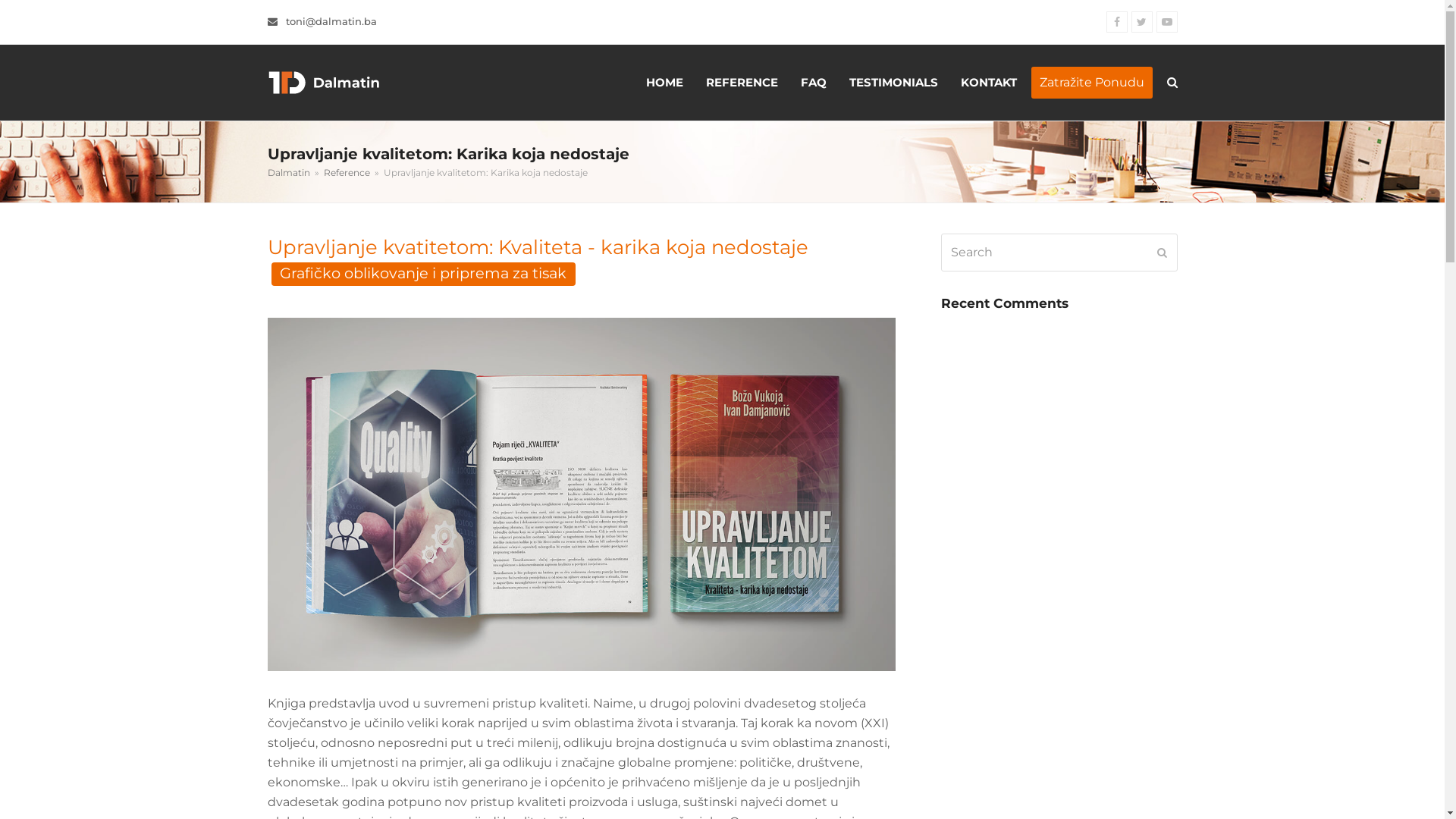 The image size is (1456, 819). What do you see at coordinates (345, 171) in the screenshot?
I see `'Reference'` at bounding box center [345, 171].